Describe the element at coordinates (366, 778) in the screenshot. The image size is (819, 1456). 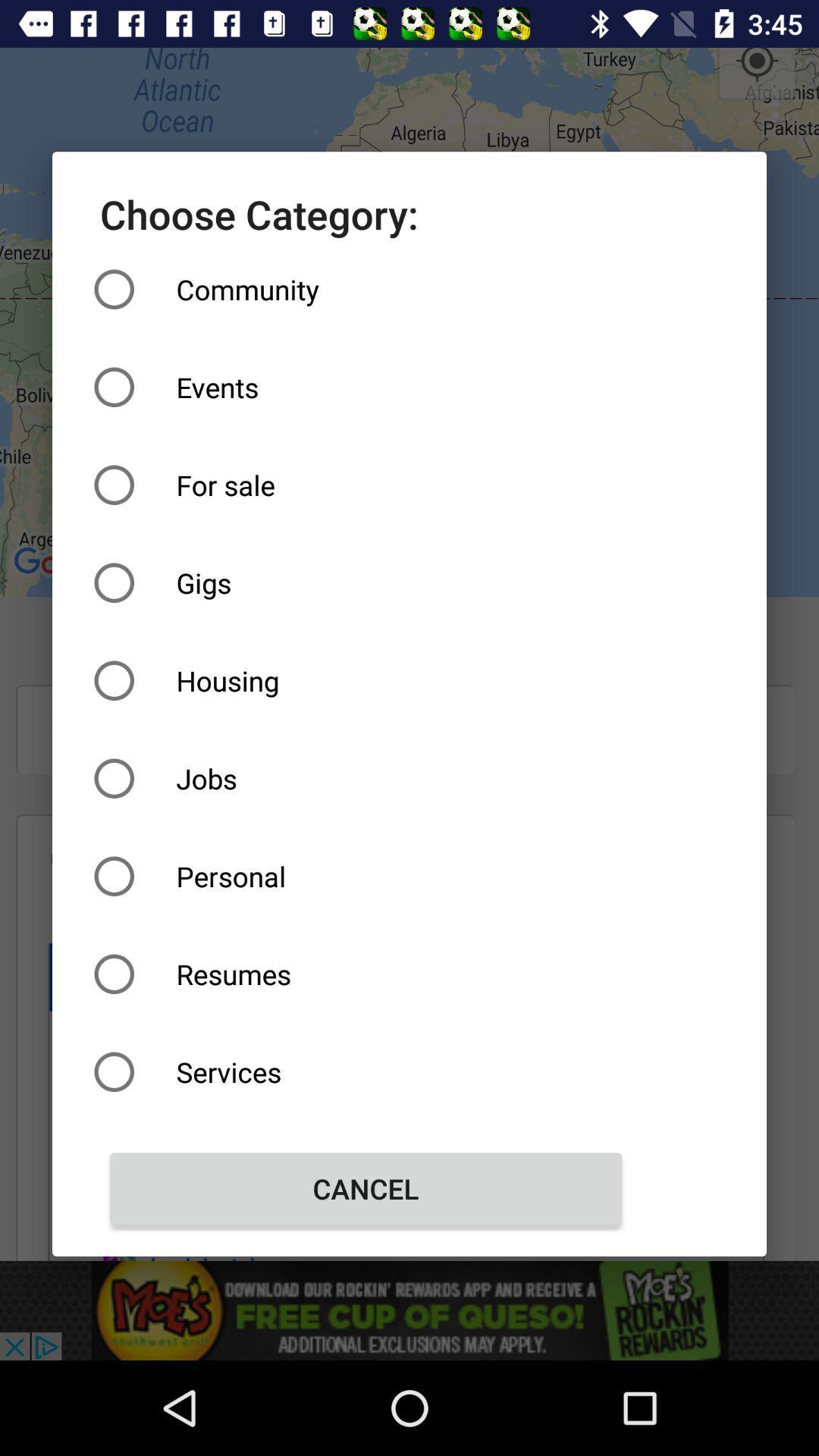
I see `the jobs item` at that location.